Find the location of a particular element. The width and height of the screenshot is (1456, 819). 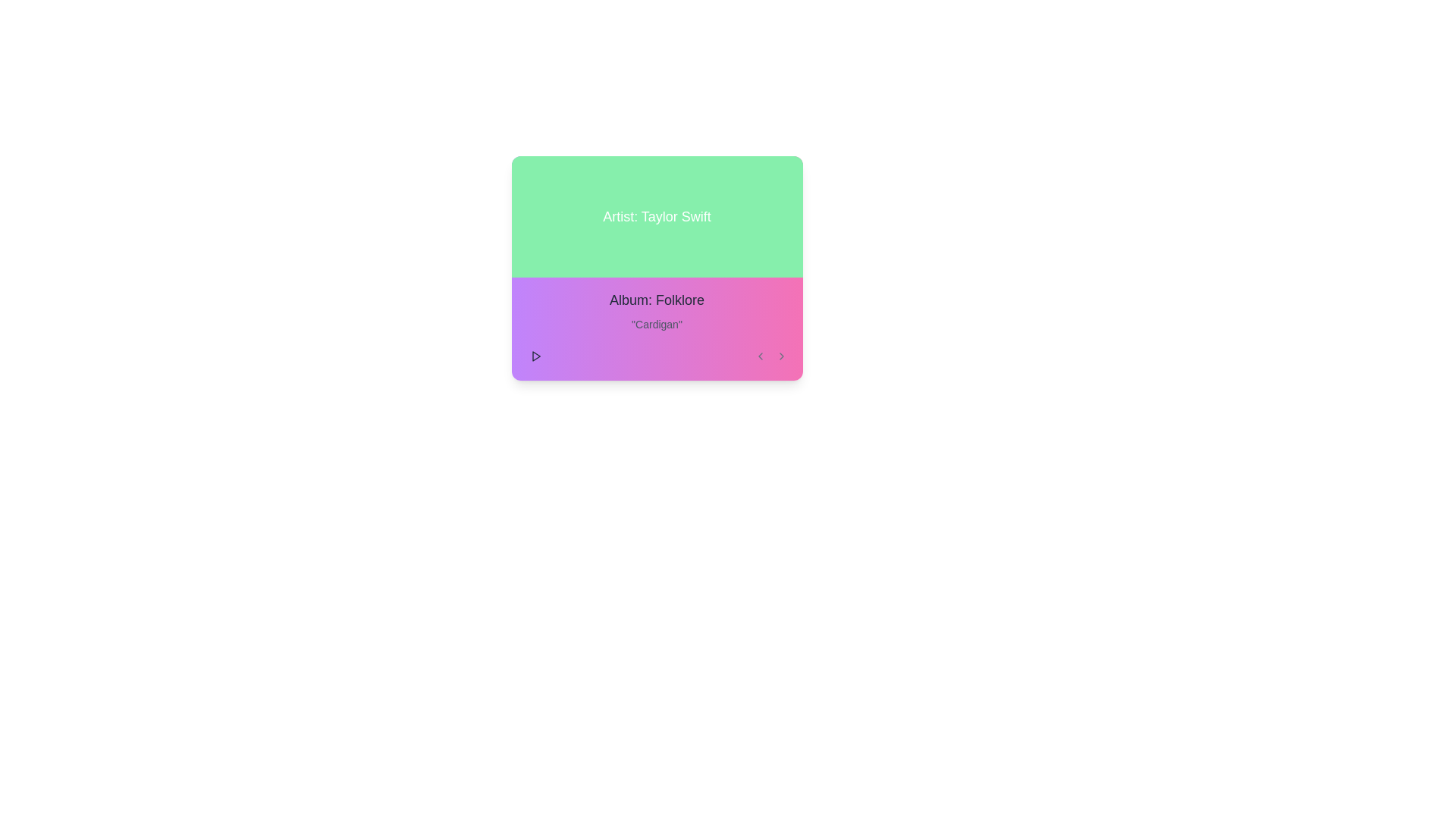

the play icon, which is a triangular shape pointing right, outlined in dark color against a semi-transparent purple background, located at the bottom-left corner of the card interface is located at coordinates (535, 356).